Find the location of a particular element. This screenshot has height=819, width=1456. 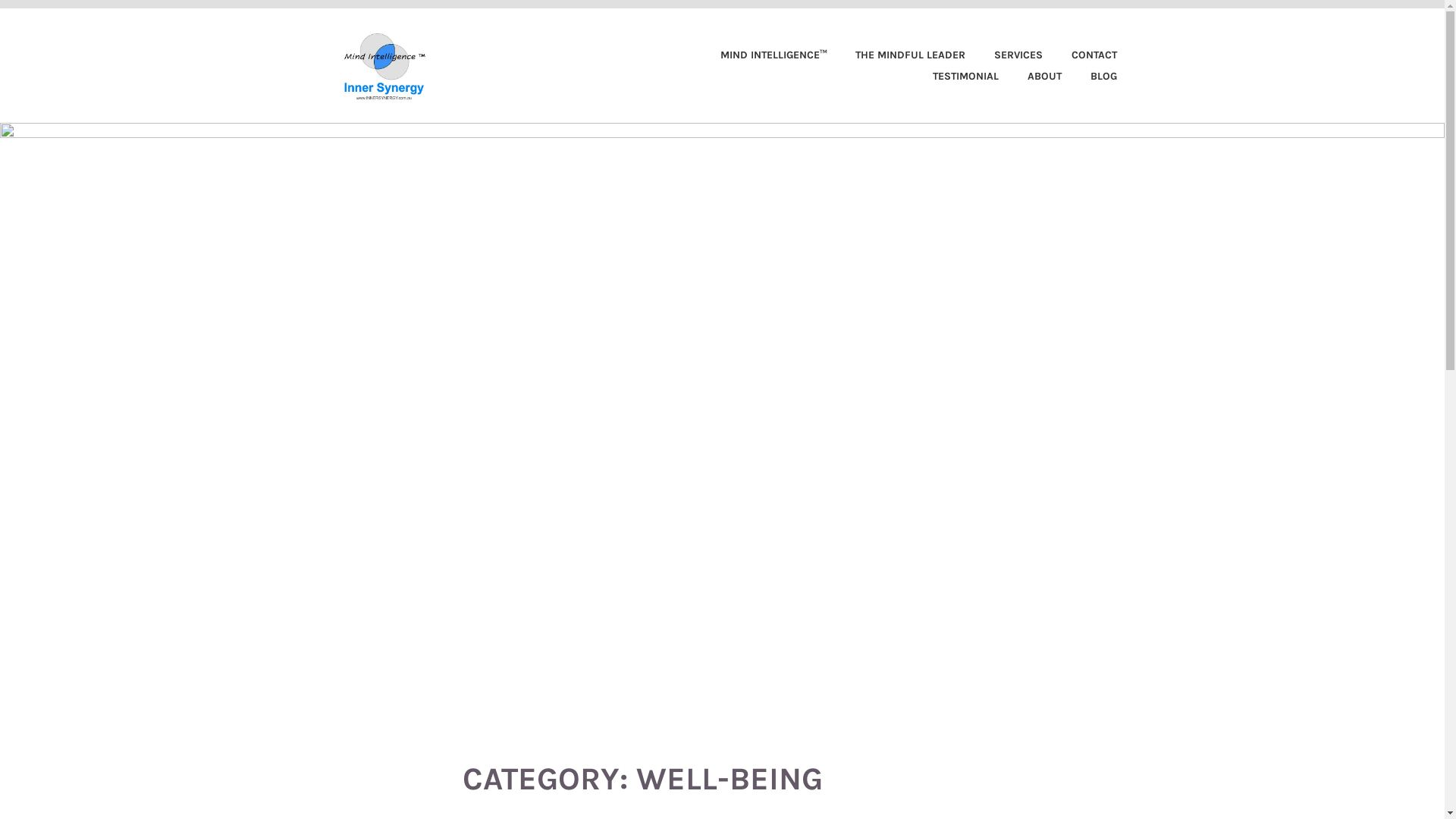

'SERVICES' is located at coordinates (1005, 55).